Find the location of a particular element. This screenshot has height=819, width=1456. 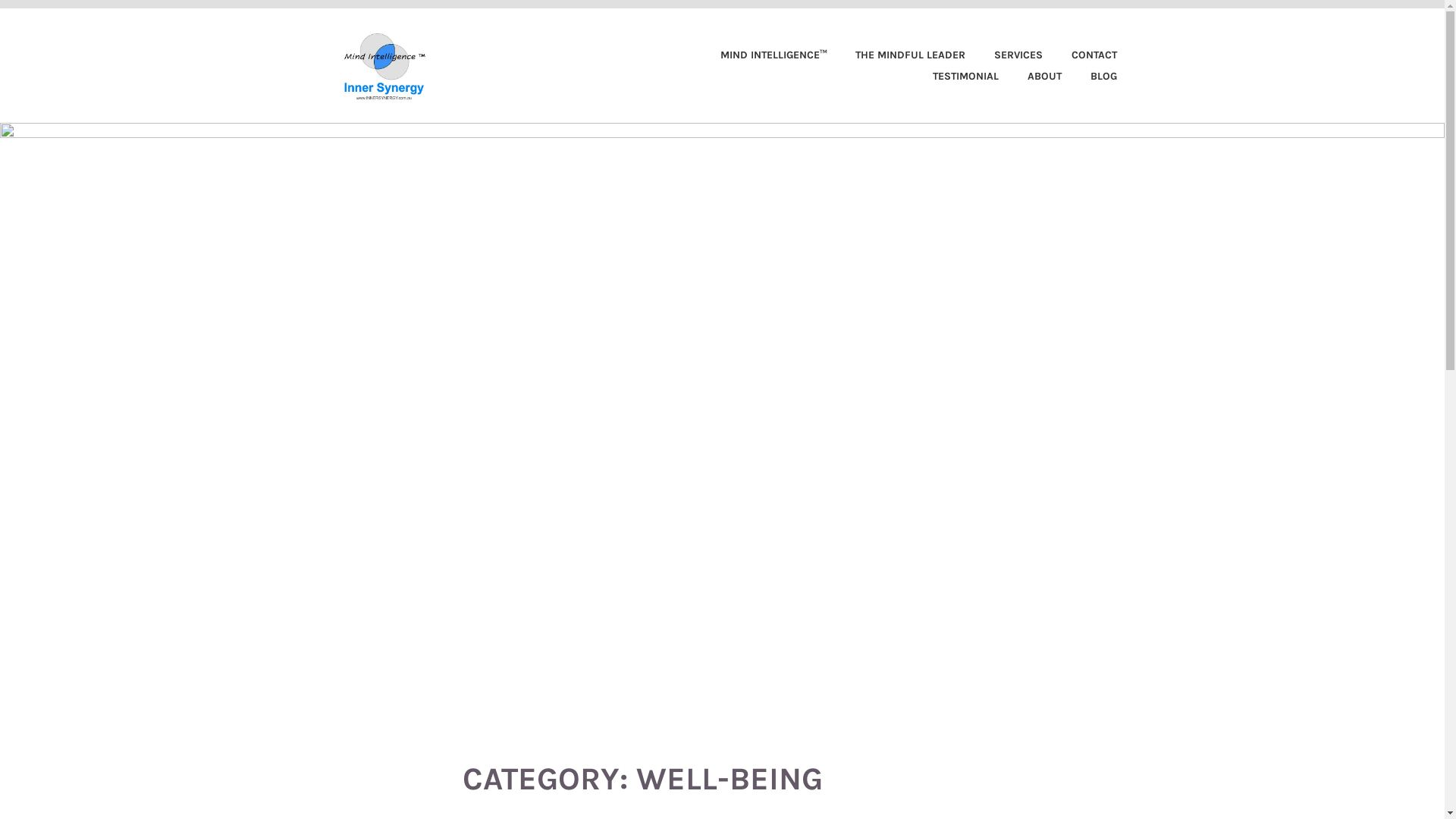

'SERVICES' is located at coordinates (1005, 55).